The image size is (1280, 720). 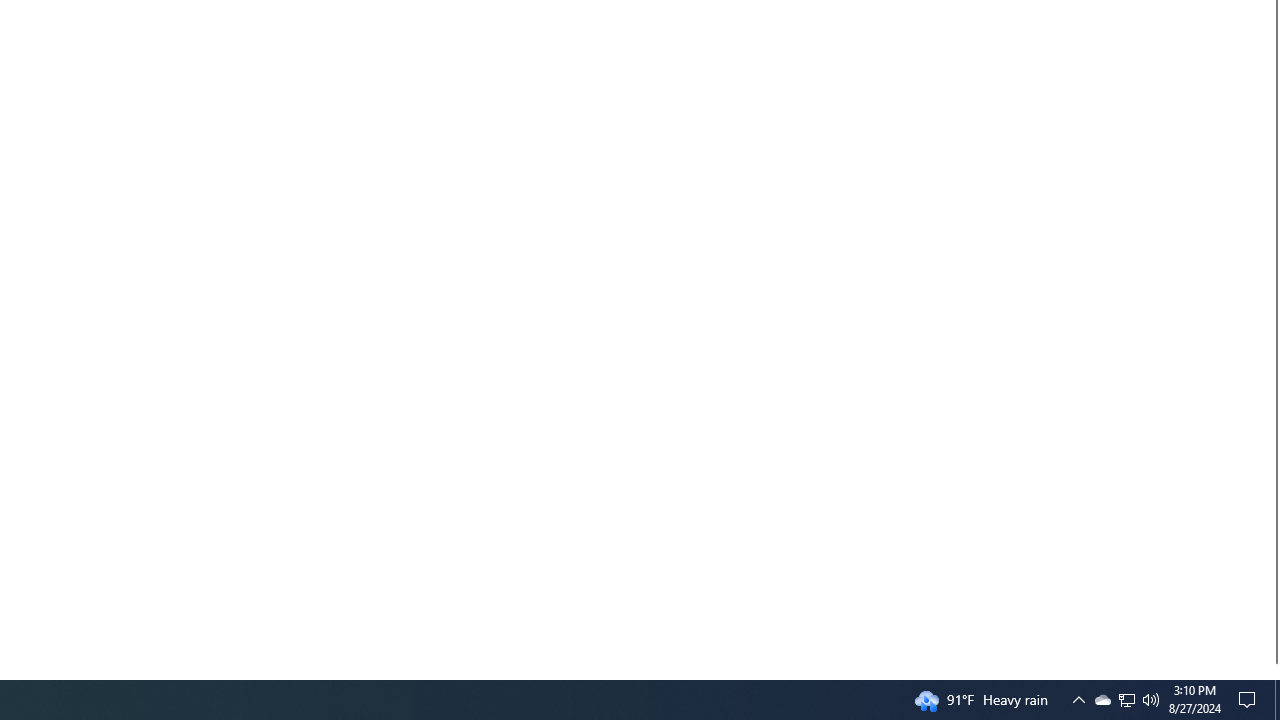 I want to click on 'Vertical Small Increase', so click(x=1271, y=671).